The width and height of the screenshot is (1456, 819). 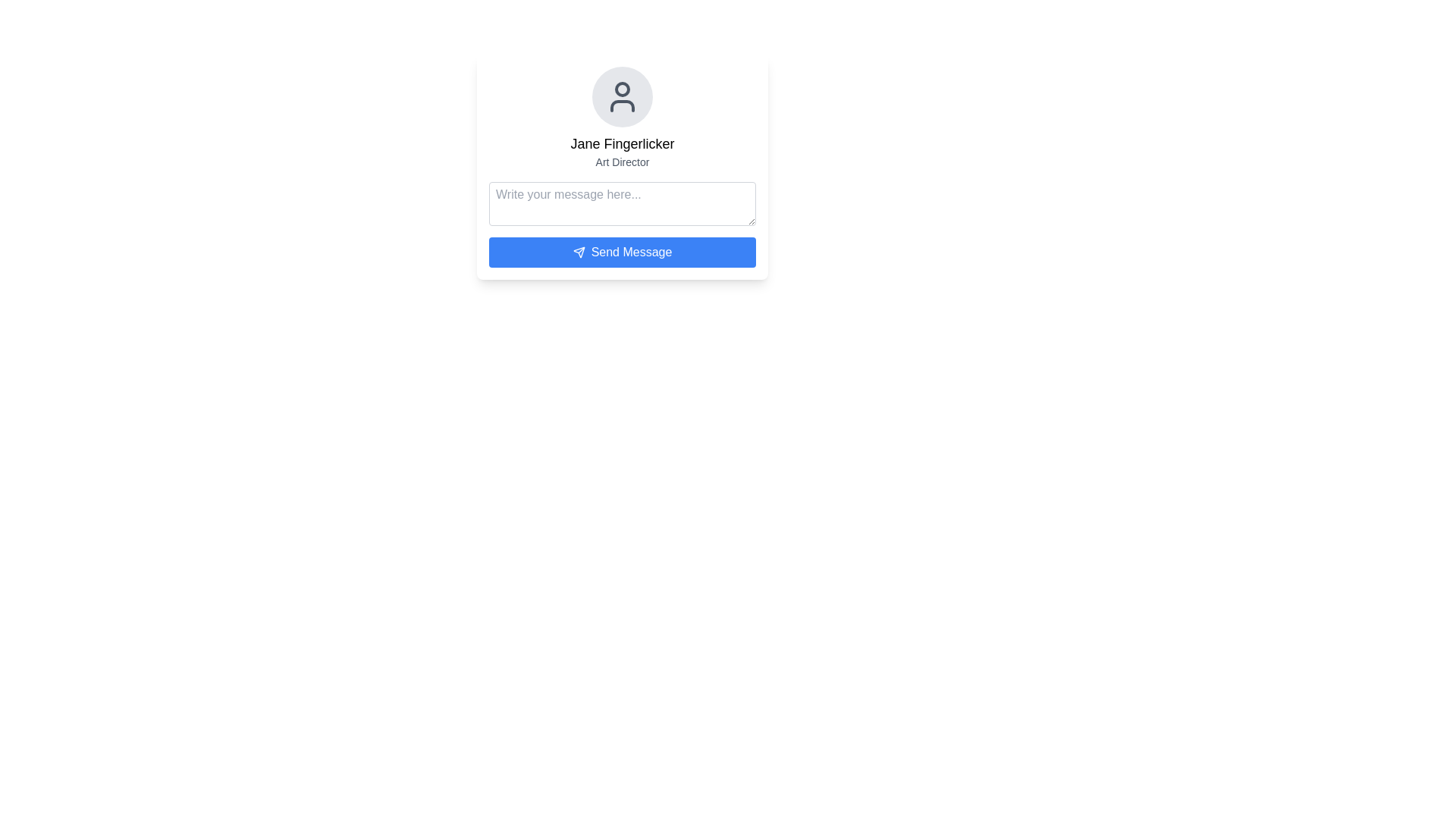 What do you see at coordinates (578, 251) in the screenshot?
I see `the triangular icon that represents the action of sending a message, located on the left side of the text within the 'Send Message' button` at bounding box center [578, 251].